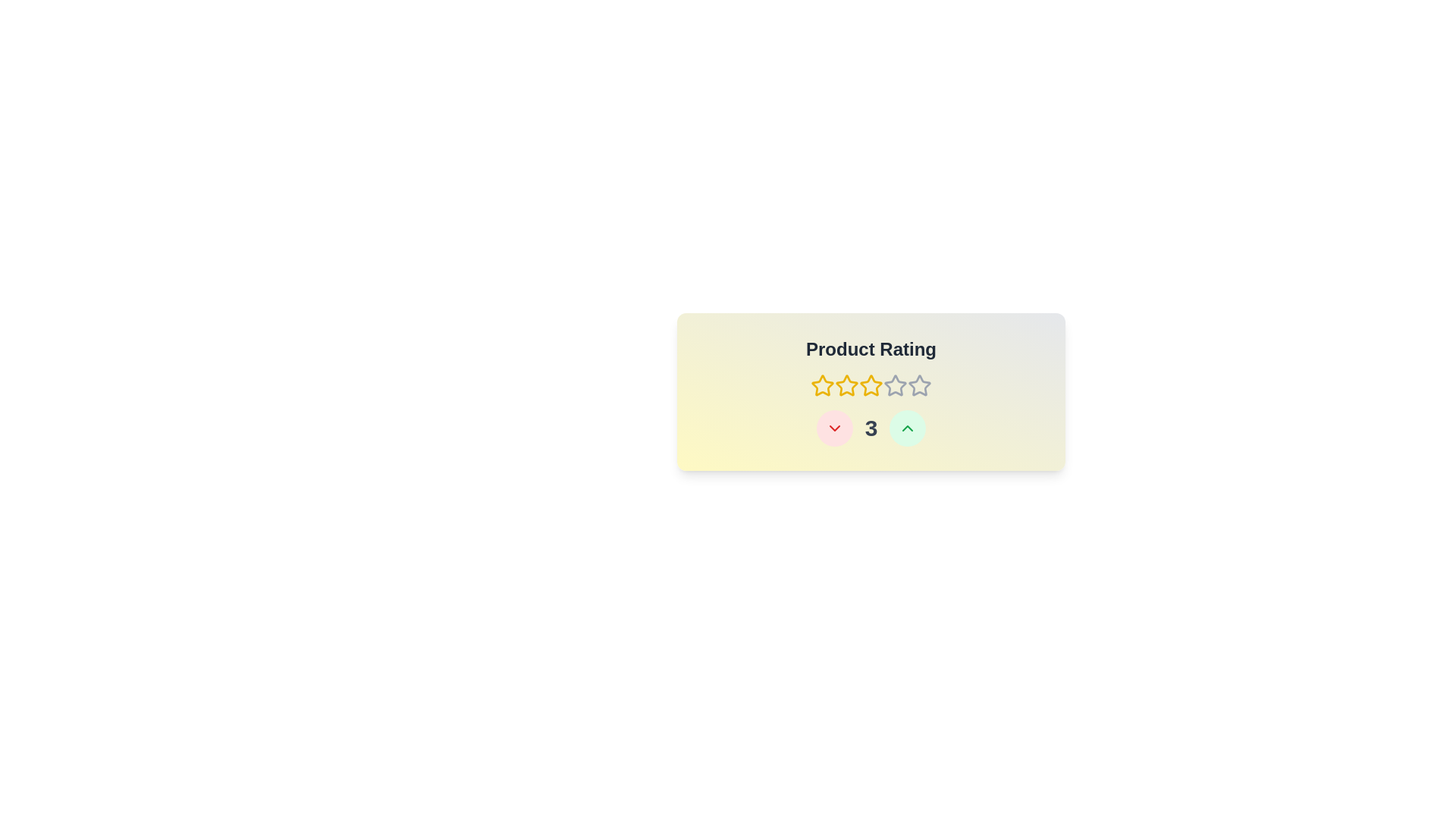 The height and width of the screenshot is (819, 1456). Describe the element at coordinates (846, 385) in the screenshot. I see `the third yellow outlined half-filled star icon in the rating bar located beneath 'Product Rating'` at that location.